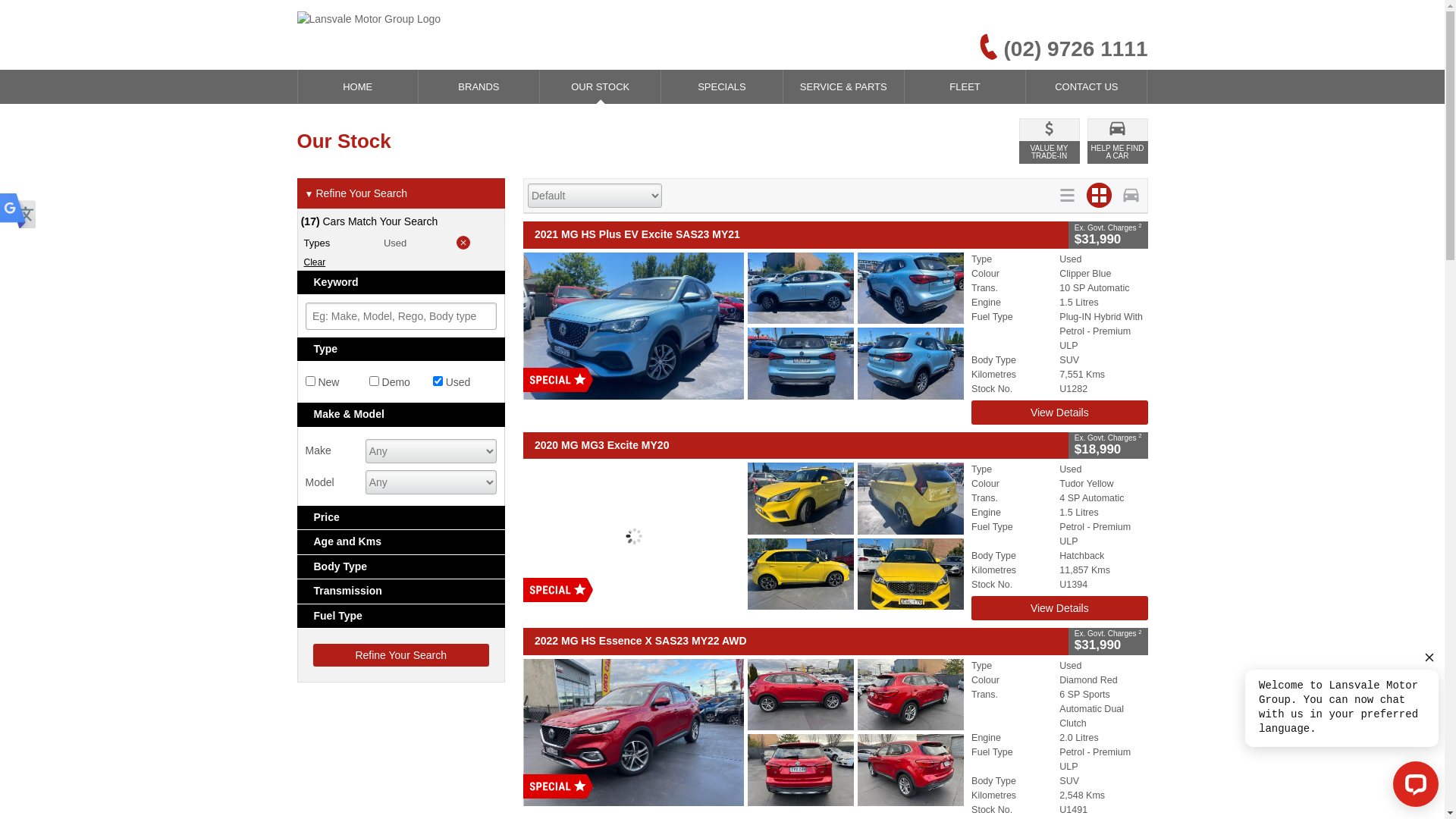 This screenshot has width=1456, height=819. What do you see at coordinates (401, 516) in the screenshot?
I see `'Price'` at bounding box center [401, 516].